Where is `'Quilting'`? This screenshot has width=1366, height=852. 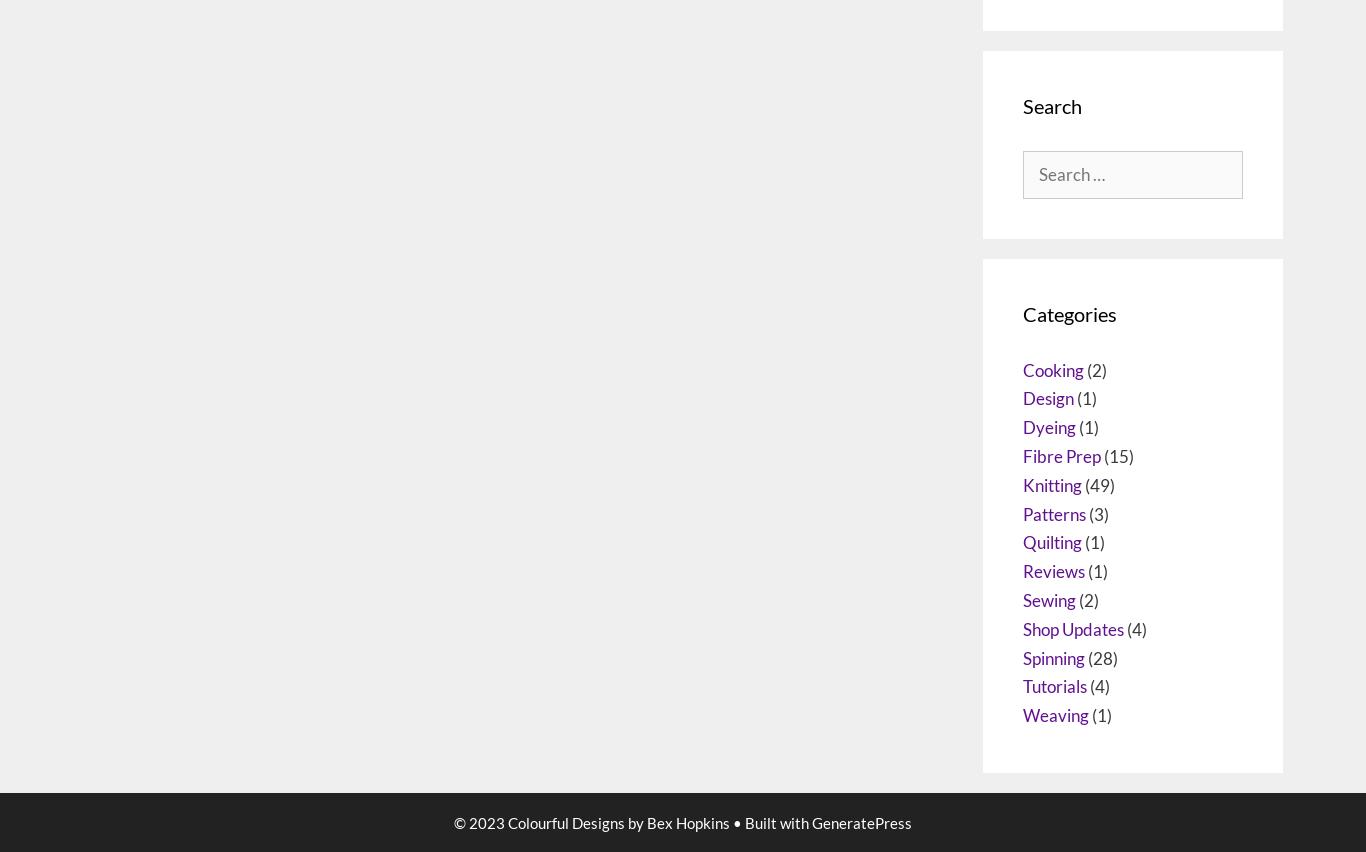 'Quilting' is located at coordinates (1022, 692).